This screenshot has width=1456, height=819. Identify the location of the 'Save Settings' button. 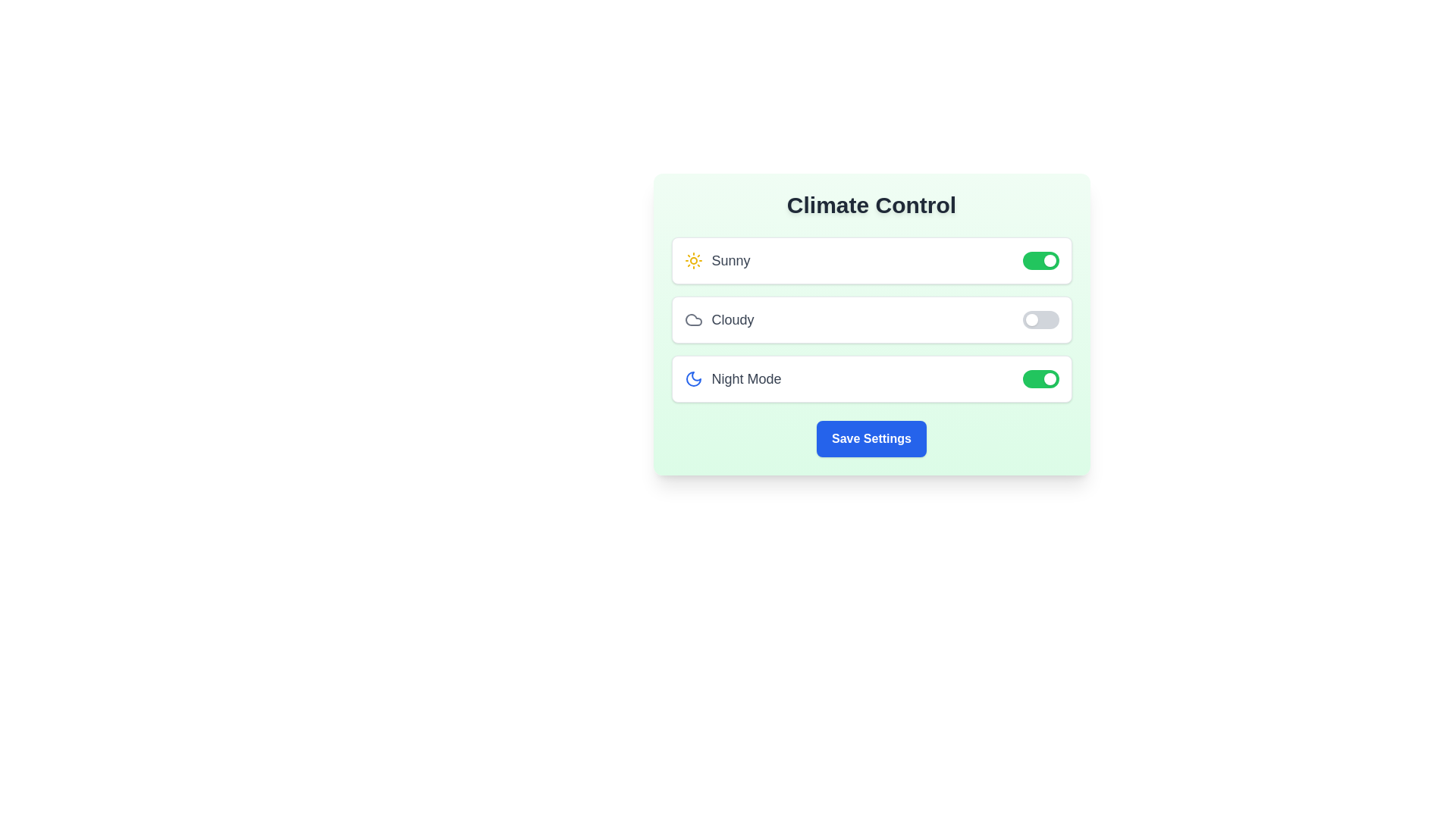
(871, 438).